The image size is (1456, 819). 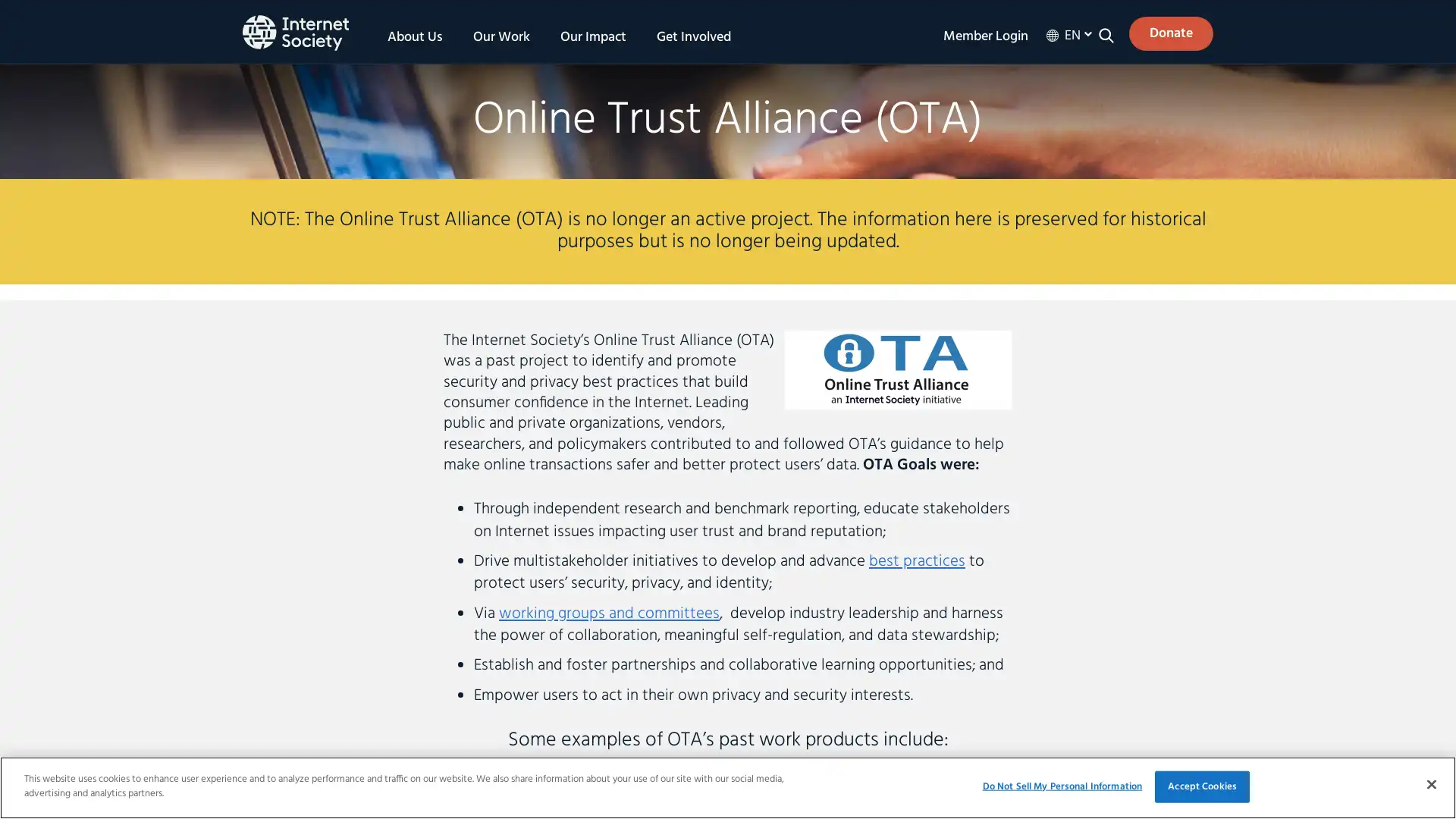 I want to click on Accept Cookies, so click(x=1201, y=786).